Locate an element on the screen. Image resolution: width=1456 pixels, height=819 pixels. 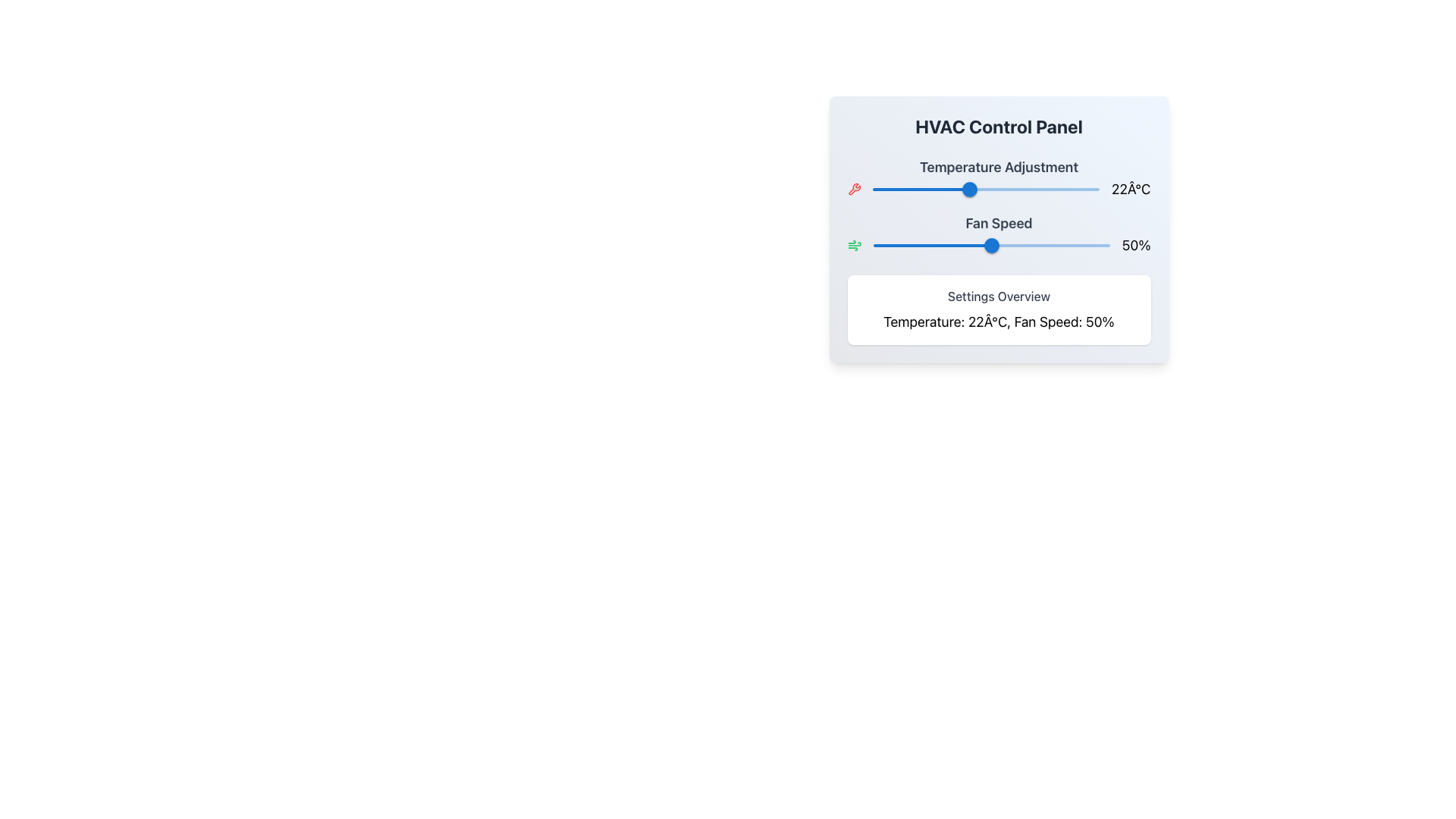
the fan speed is located at coordinates (1002, 245).